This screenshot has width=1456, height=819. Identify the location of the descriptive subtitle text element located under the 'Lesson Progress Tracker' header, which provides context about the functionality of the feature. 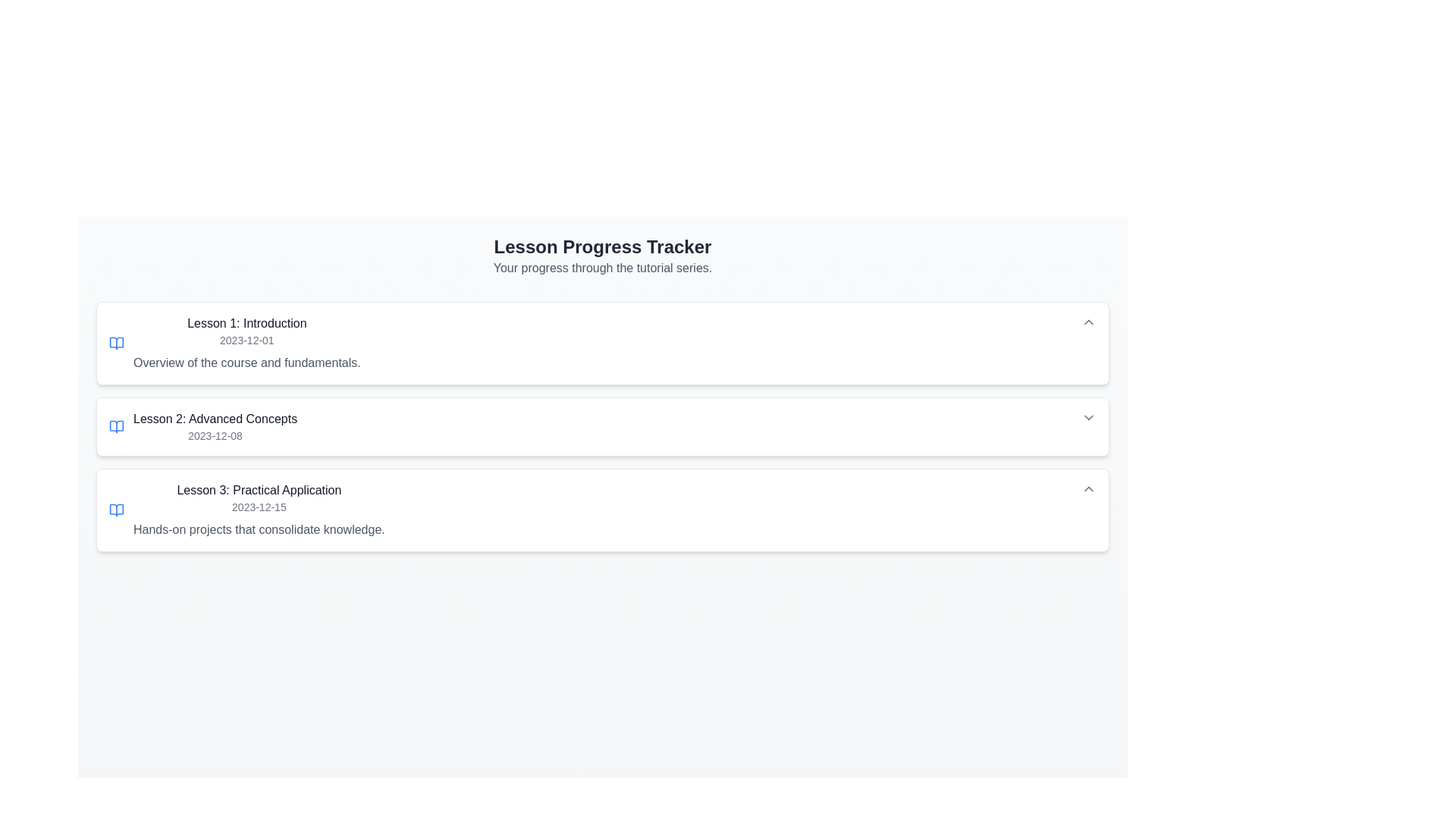
(602, 268).